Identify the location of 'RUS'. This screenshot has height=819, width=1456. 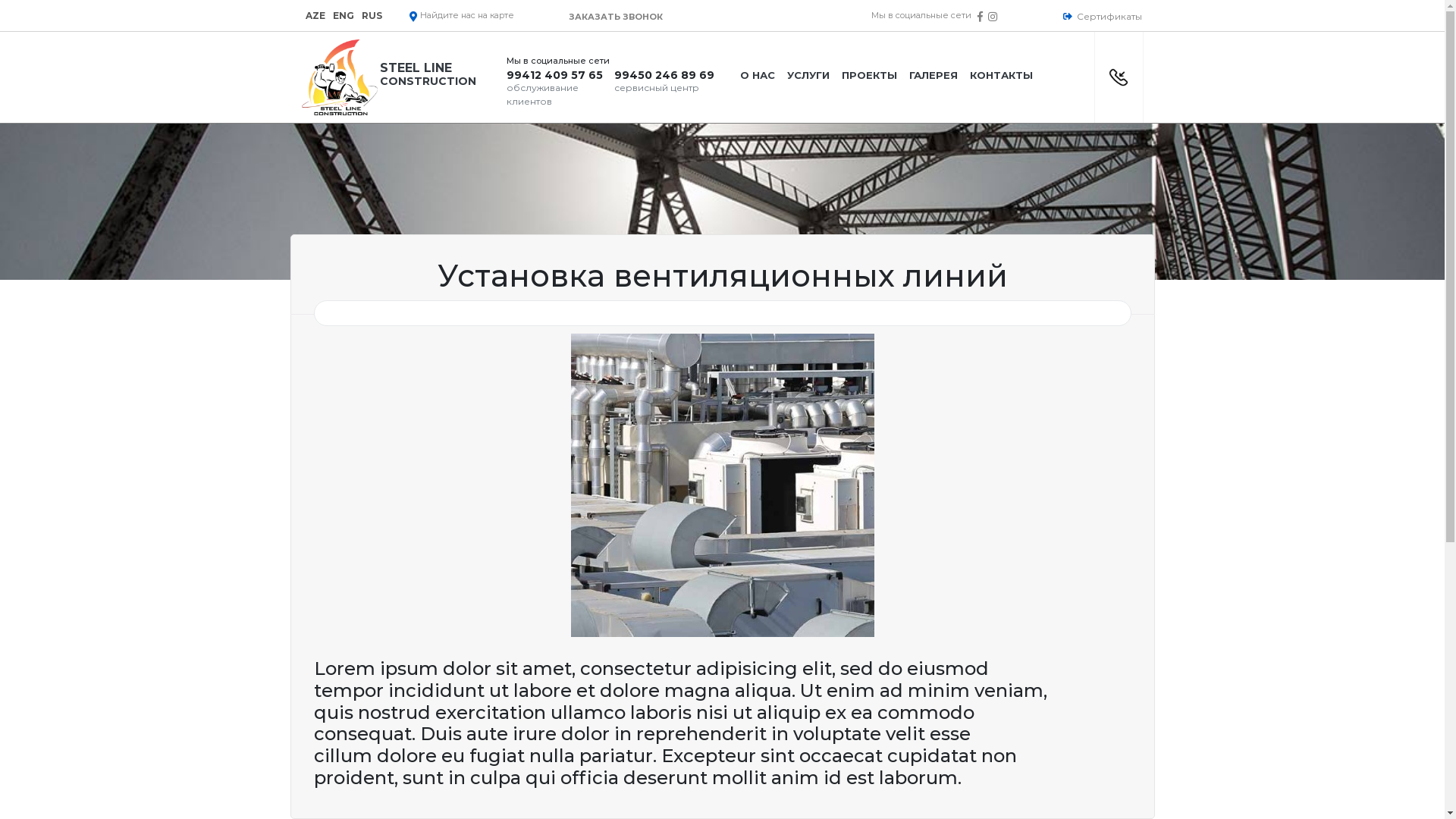
(371, 15).